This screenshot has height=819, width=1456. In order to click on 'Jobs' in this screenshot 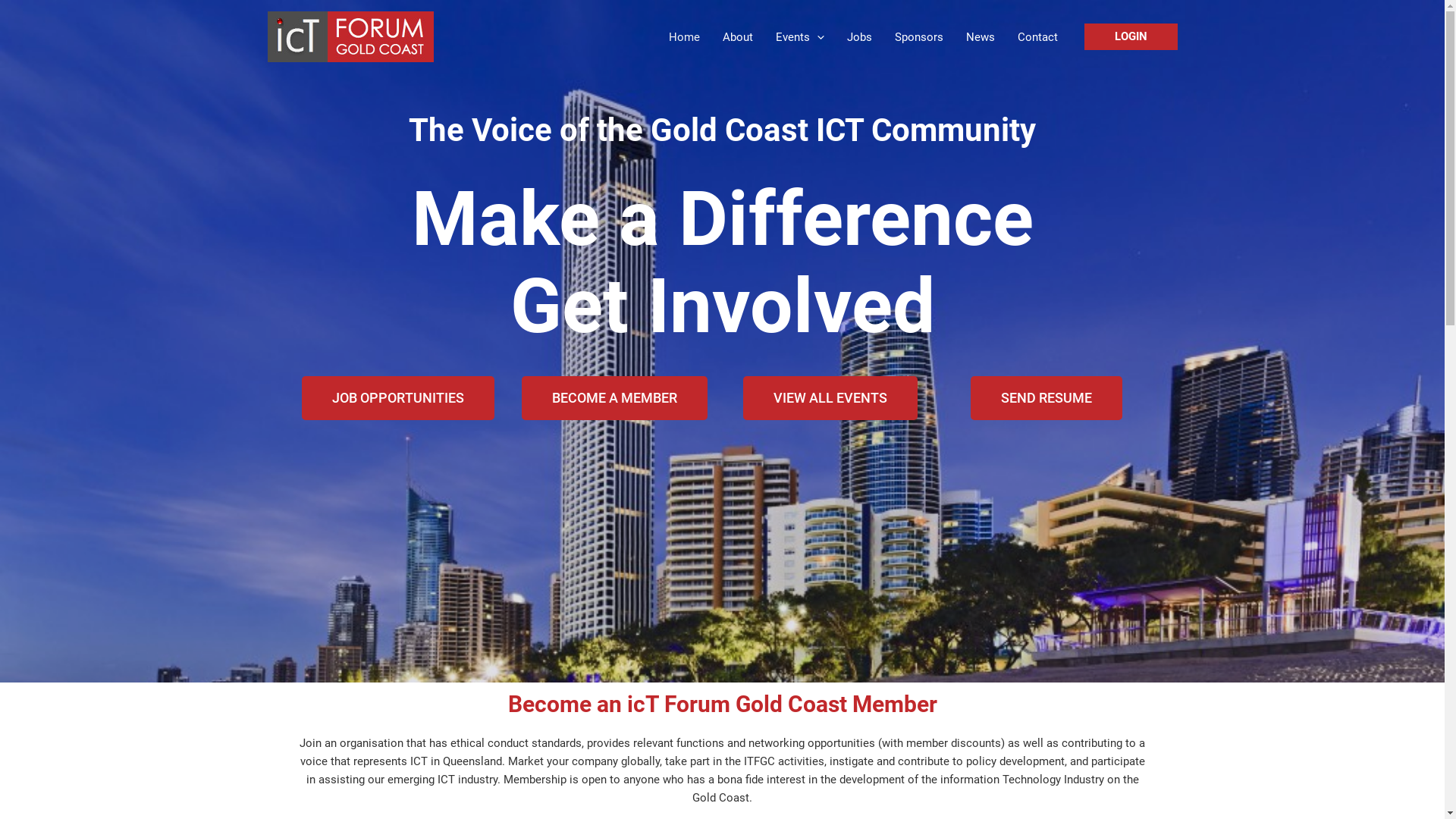, I will do `click(859, 36)`.